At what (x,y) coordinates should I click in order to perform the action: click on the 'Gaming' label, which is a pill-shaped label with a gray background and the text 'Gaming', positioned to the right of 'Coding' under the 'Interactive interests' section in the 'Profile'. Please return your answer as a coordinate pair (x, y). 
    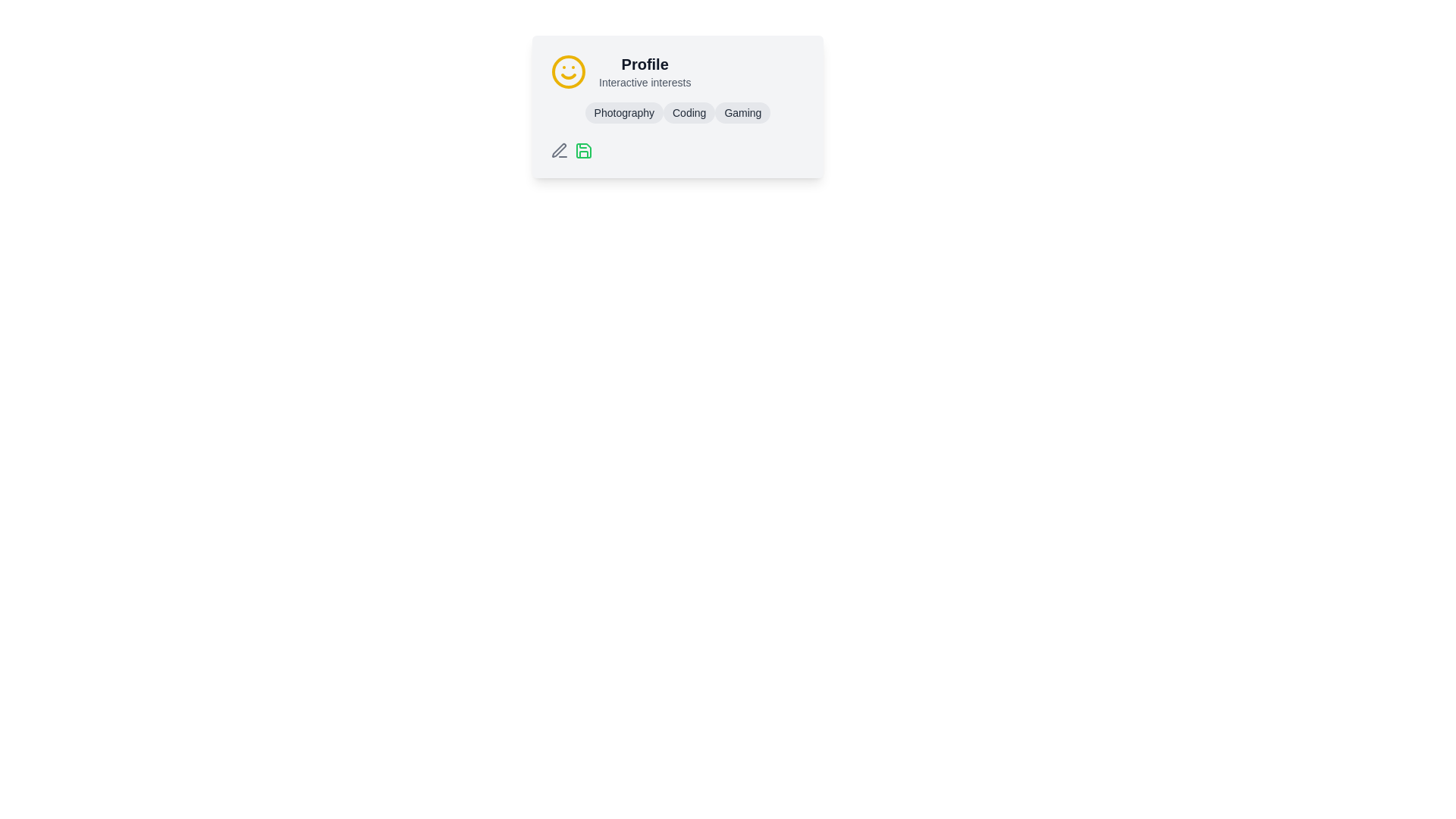
    Looking at the image, I should click on (742, 112).